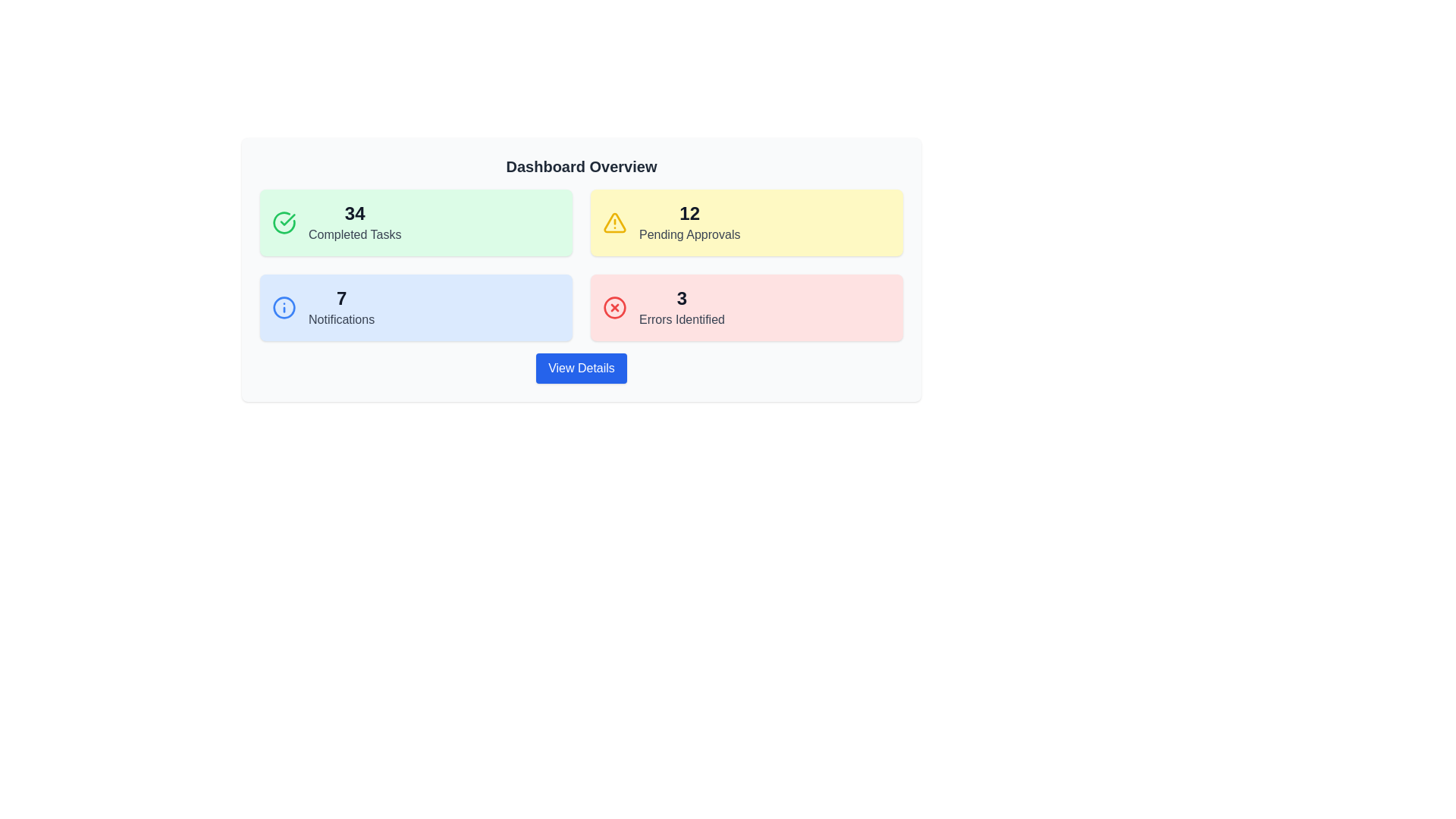 The image size is (1456, 819). What do you see at coordinates (581, 369) in the screenshot?
I see `the prominent blue 'View Details' button with white text` at bounding box center [581, 369].